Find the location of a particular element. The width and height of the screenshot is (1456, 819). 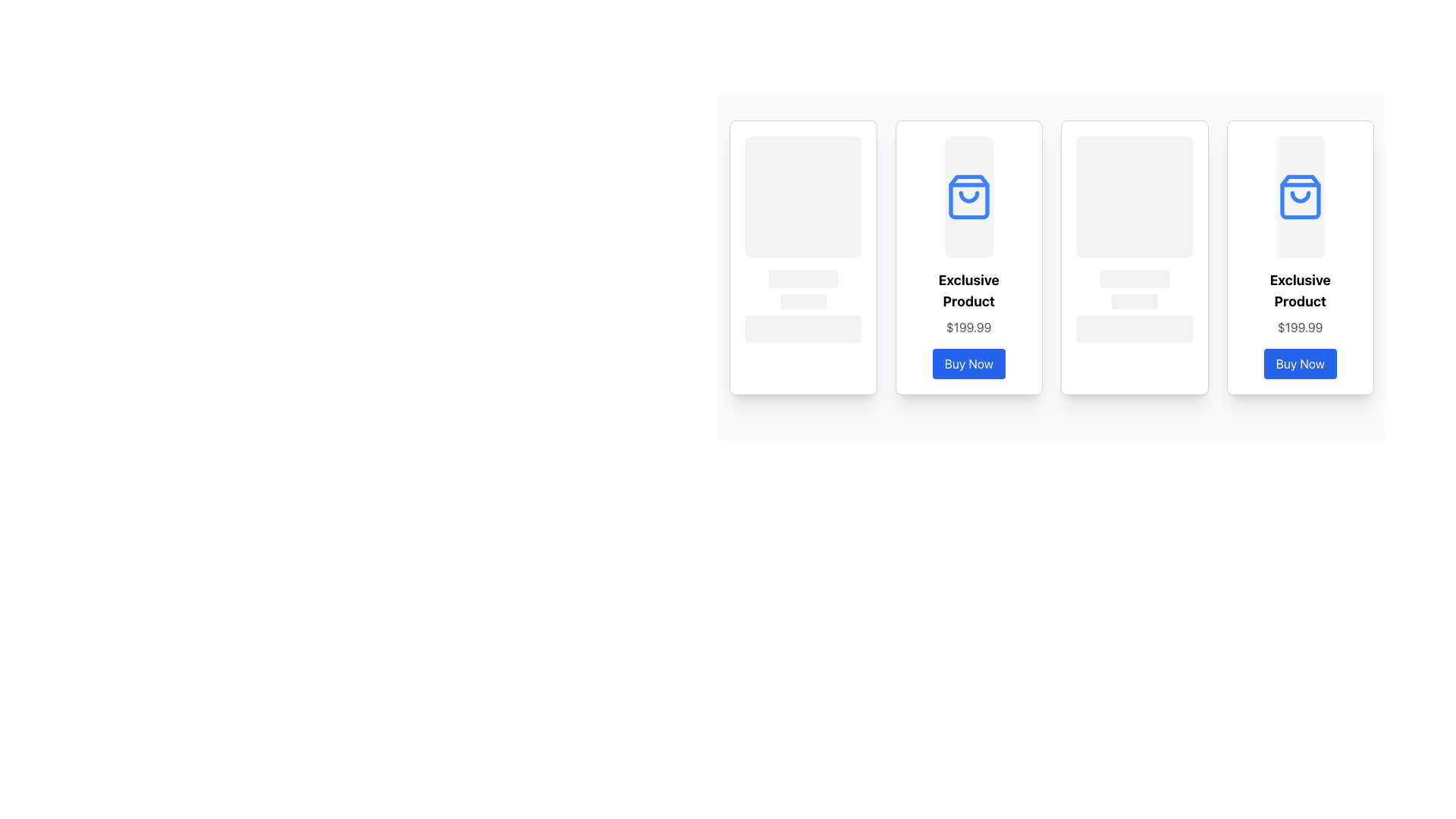

the static placeholder or visual divider, which is a small horizontal bar with a rounded shape, styled in light gray and located in the middle of a card component is located at coordinates (1134, 278).